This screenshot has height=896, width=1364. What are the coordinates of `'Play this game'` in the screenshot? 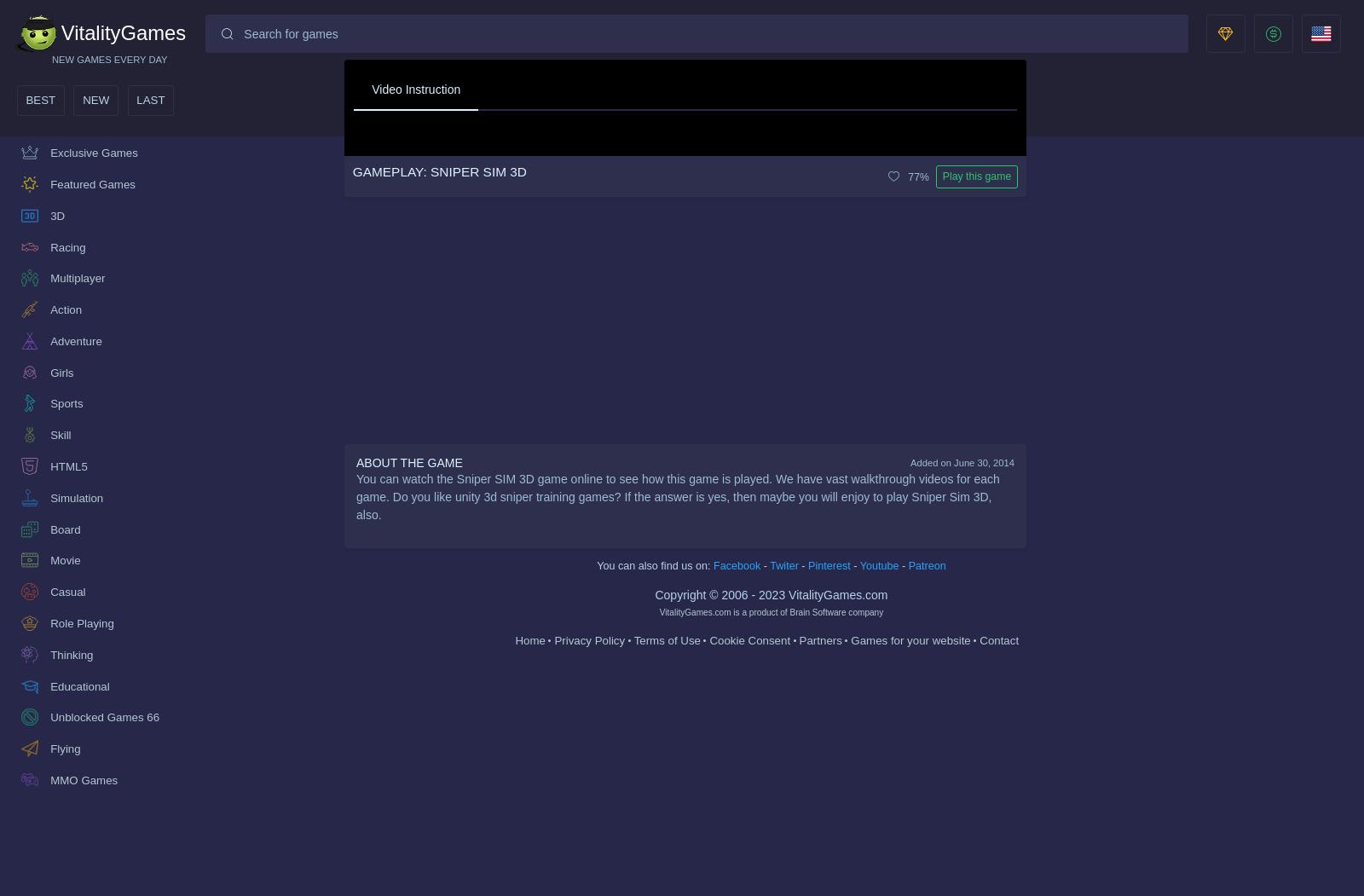 It's located at (976, 176).